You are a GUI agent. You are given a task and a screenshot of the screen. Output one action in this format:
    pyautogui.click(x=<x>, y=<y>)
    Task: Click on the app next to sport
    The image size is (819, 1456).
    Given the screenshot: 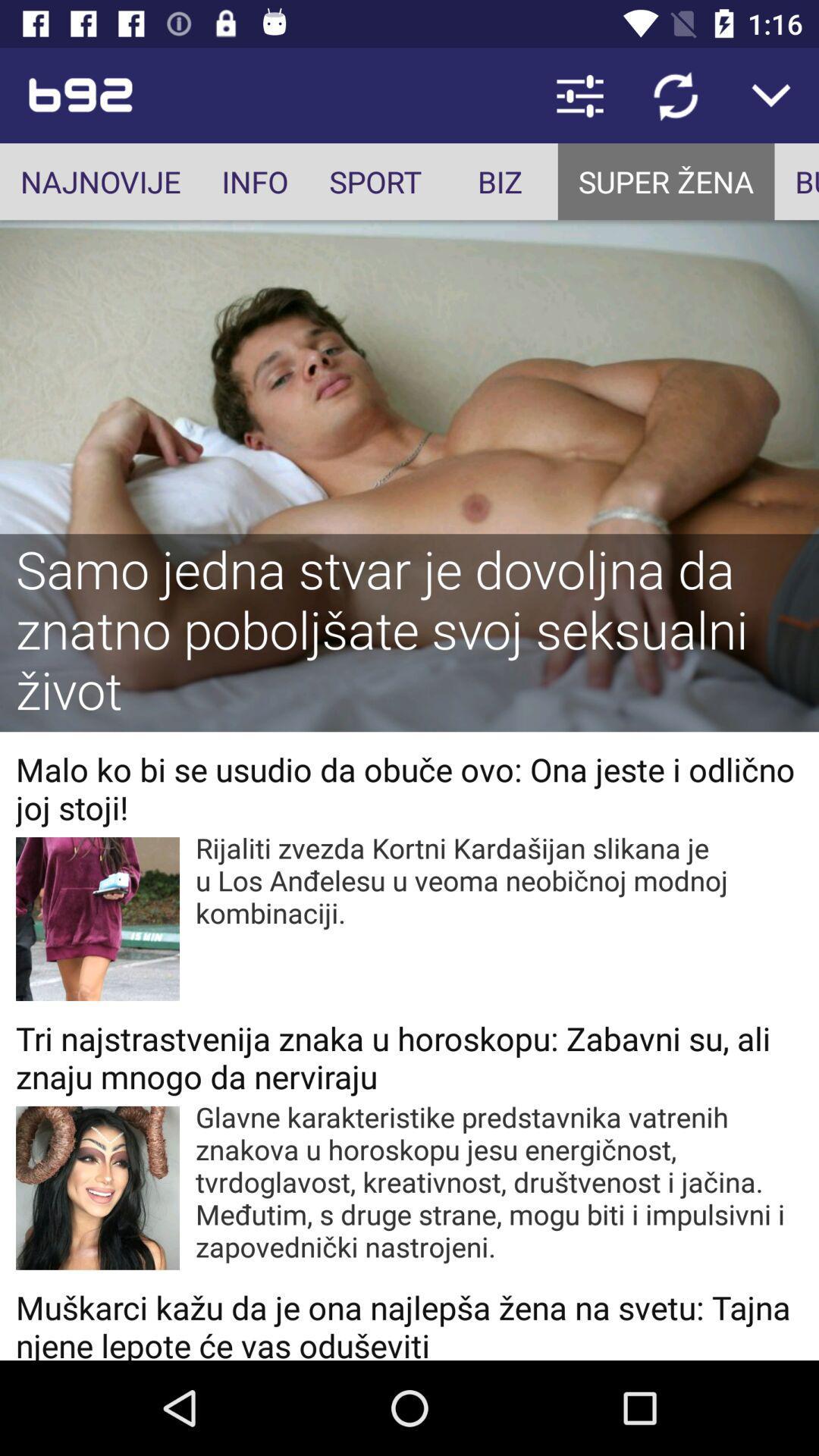 What is the action you would take?
    pyautogui.click(x=500, y=181)
    